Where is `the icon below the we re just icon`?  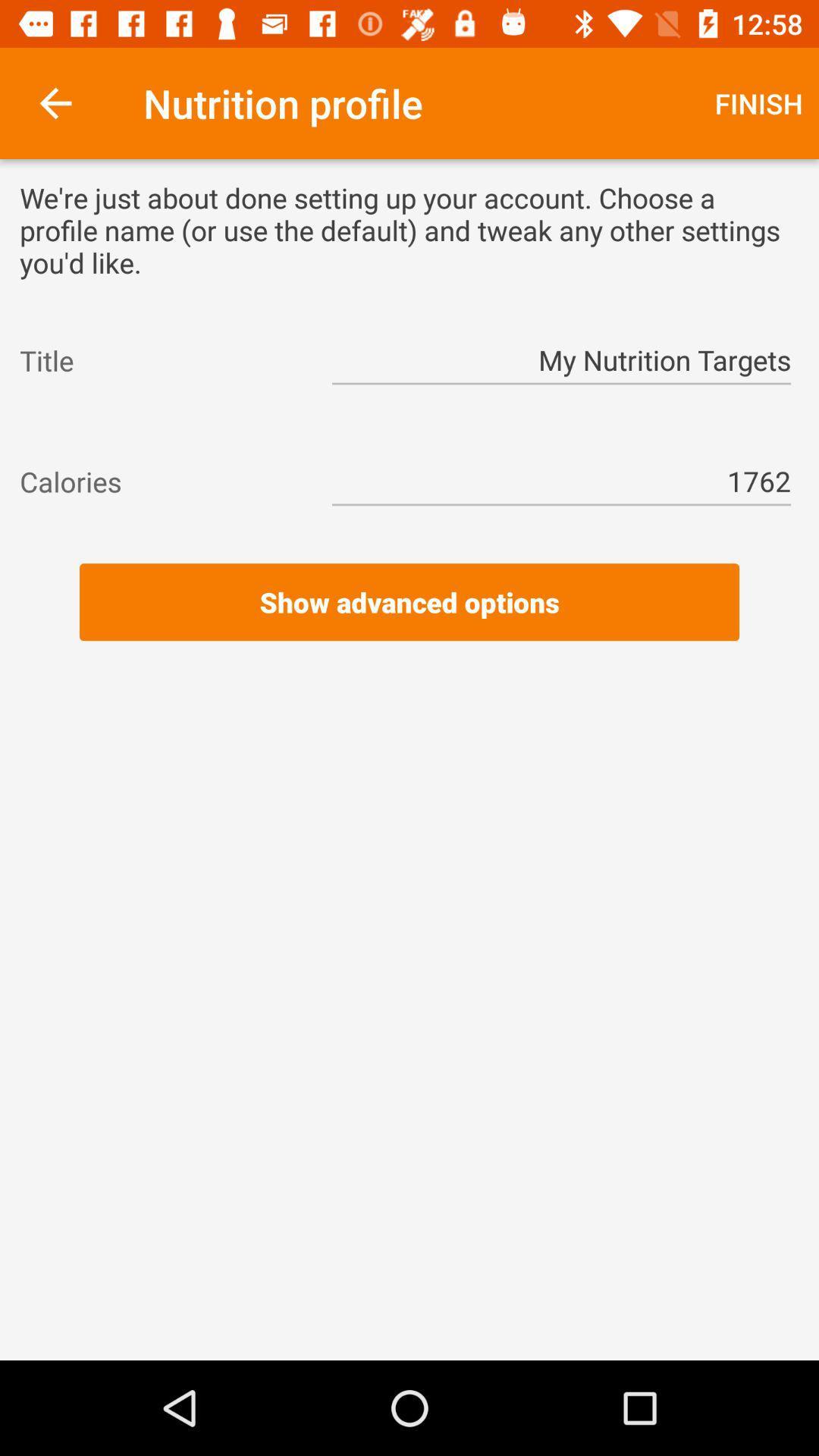
the icon below the we re just icon is located at coordinates (561, 359).